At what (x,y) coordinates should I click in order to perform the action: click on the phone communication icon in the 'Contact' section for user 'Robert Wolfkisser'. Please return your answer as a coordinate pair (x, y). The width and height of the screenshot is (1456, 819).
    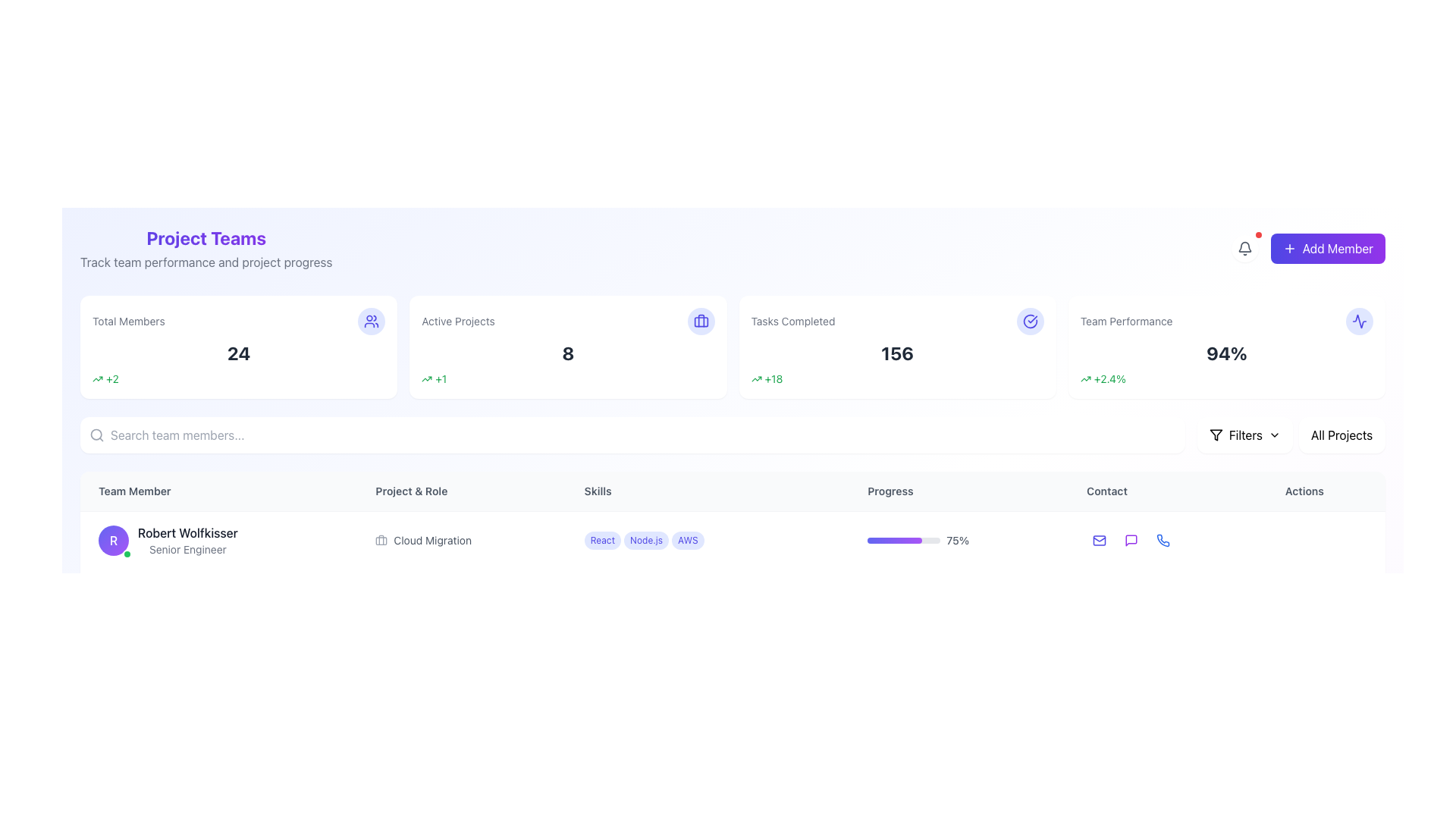
    Looking at the image, I should click on (1163, 540).